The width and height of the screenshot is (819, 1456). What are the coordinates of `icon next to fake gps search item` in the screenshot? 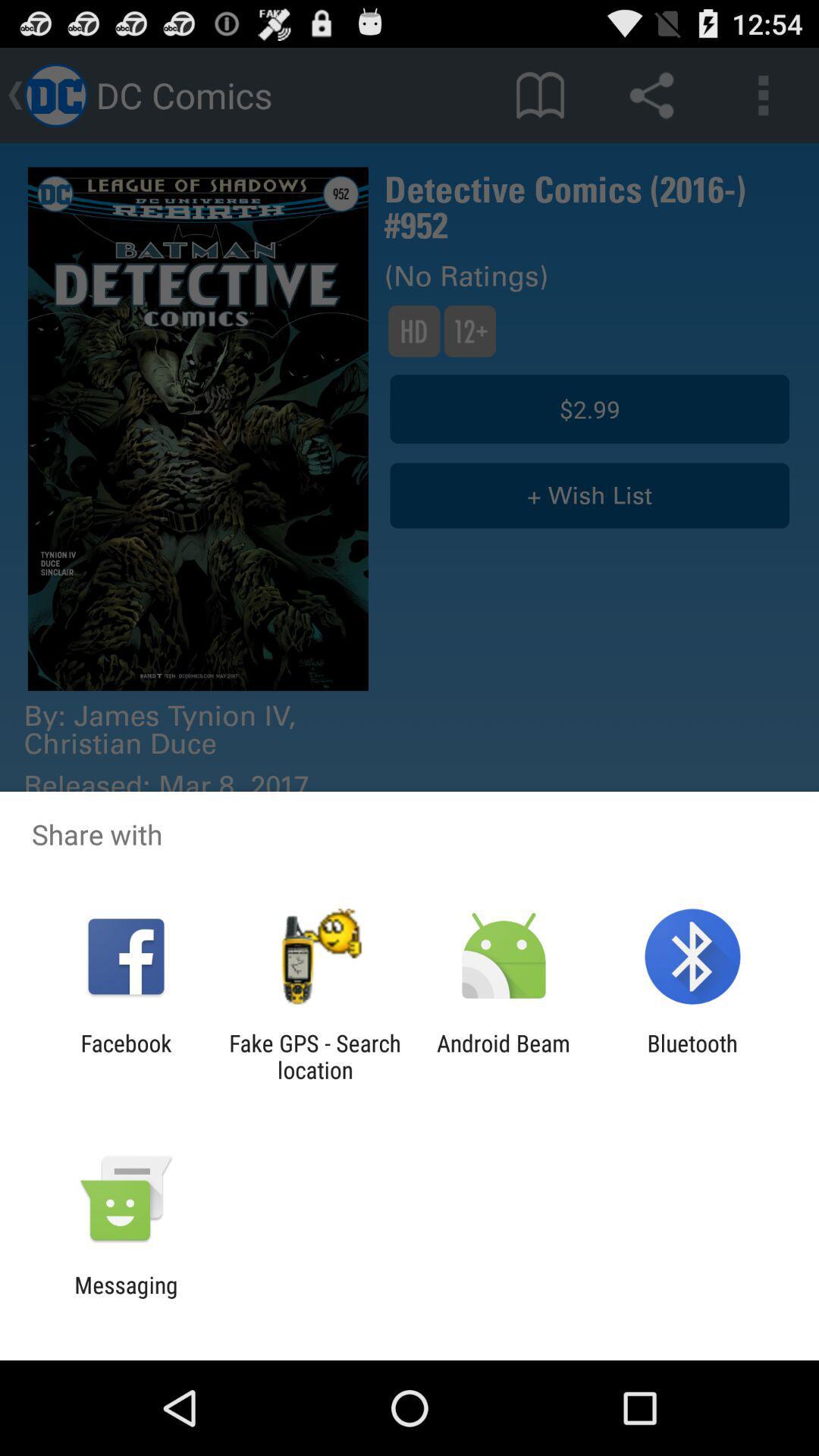 It's located at (125, 1056).